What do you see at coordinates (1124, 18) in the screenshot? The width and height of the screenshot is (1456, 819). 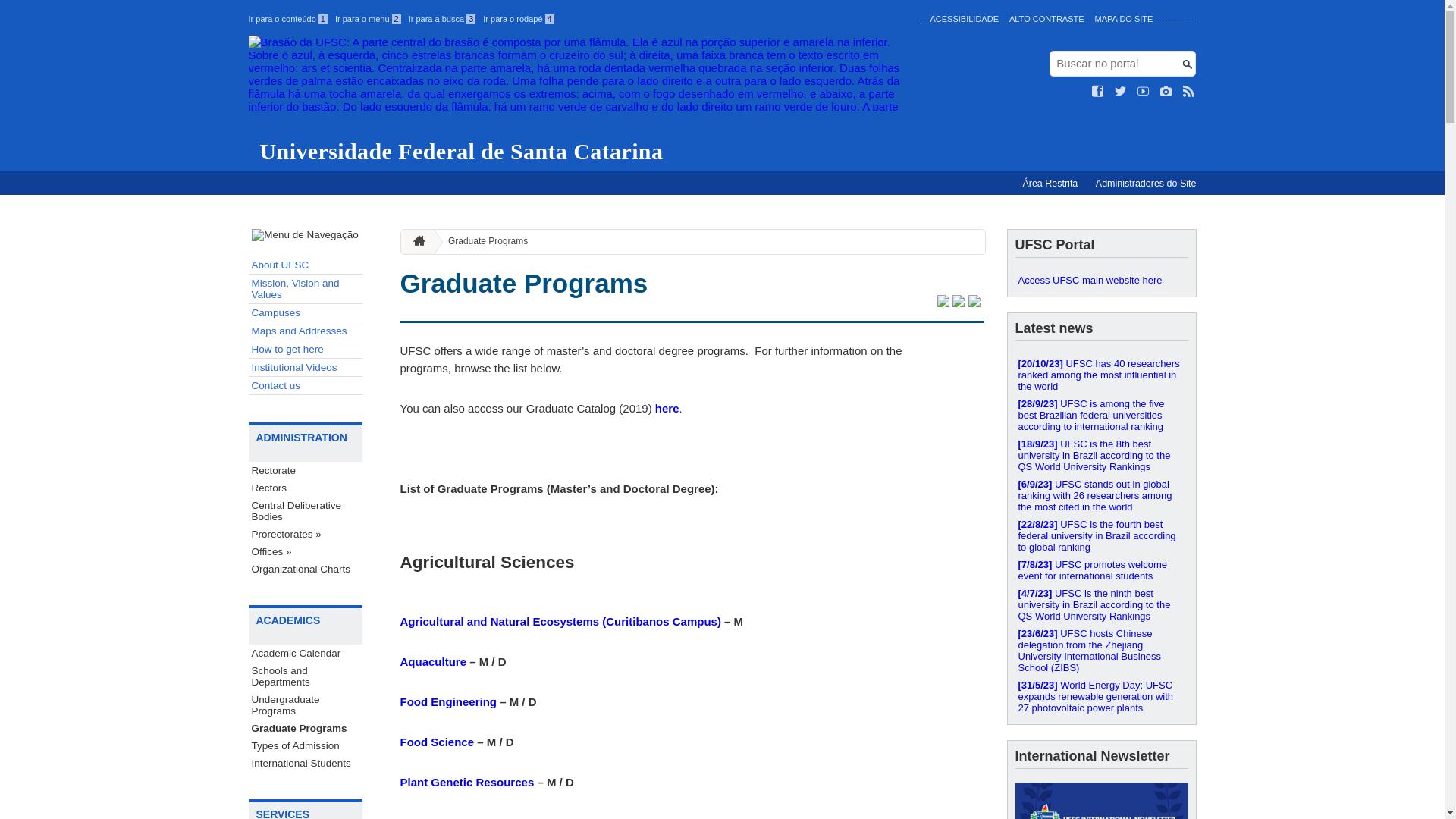 I see `'MAPA DO SITE'` at bounding box center [1124, 18].